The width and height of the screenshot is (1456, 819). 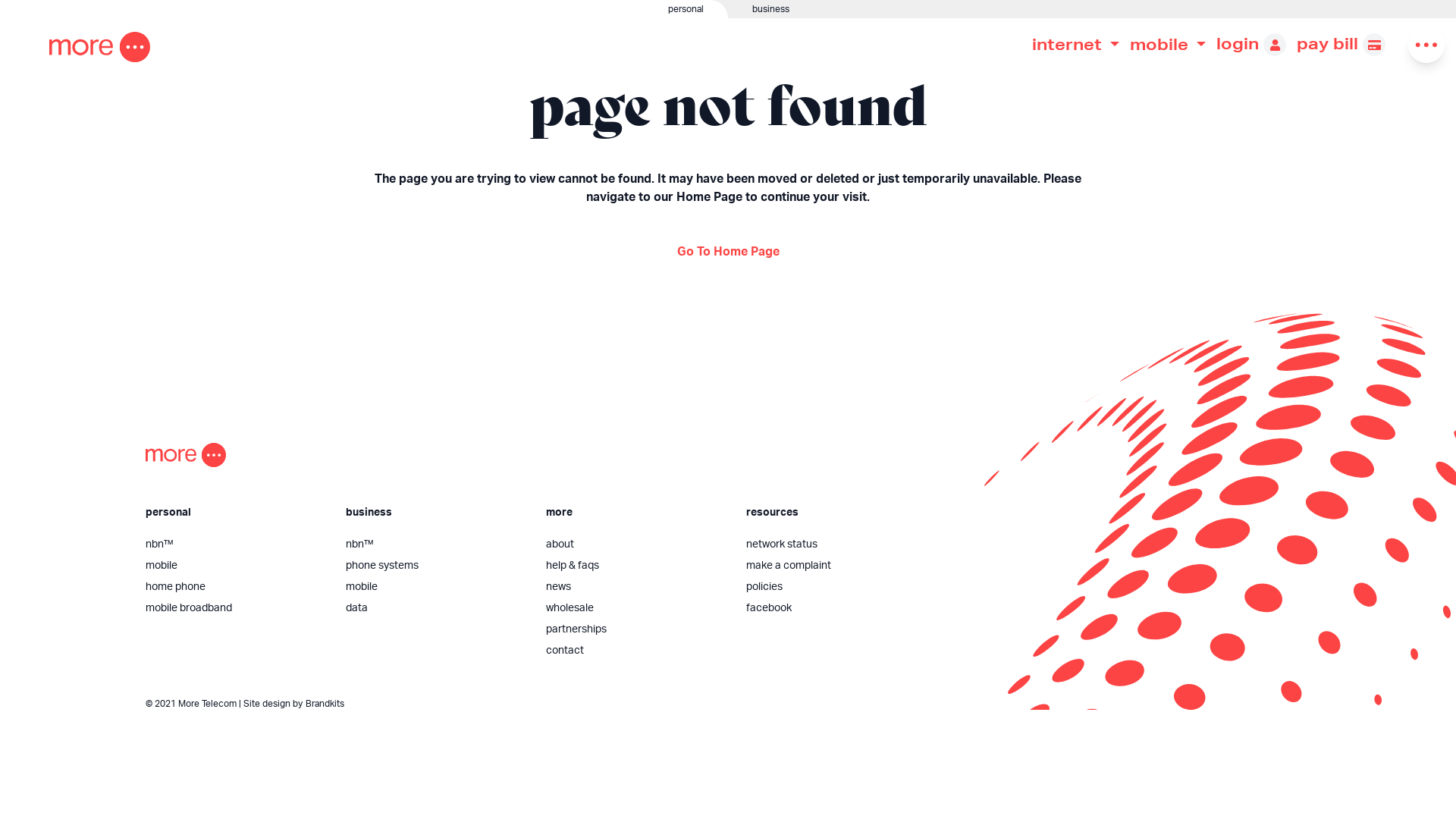 What do you see at coordinates (833, 543) in the screenshot?
I see `'network status'` at bounding box center [833, 543].